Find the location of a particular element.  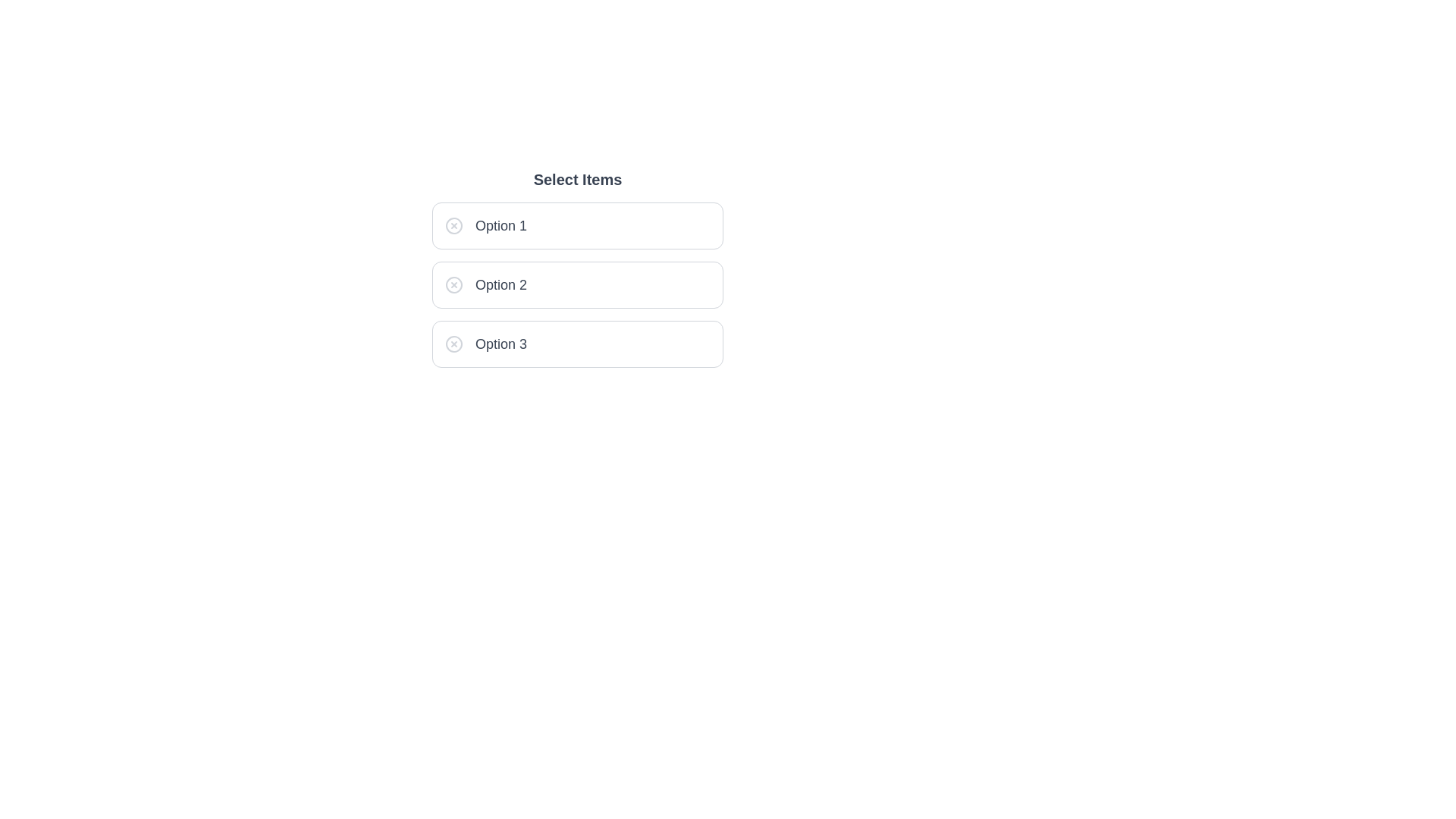

the circular gray button with a small cross inside, located to the left of 'Option 2' in the second row of a vertical list is located at coordinates (453, 284).